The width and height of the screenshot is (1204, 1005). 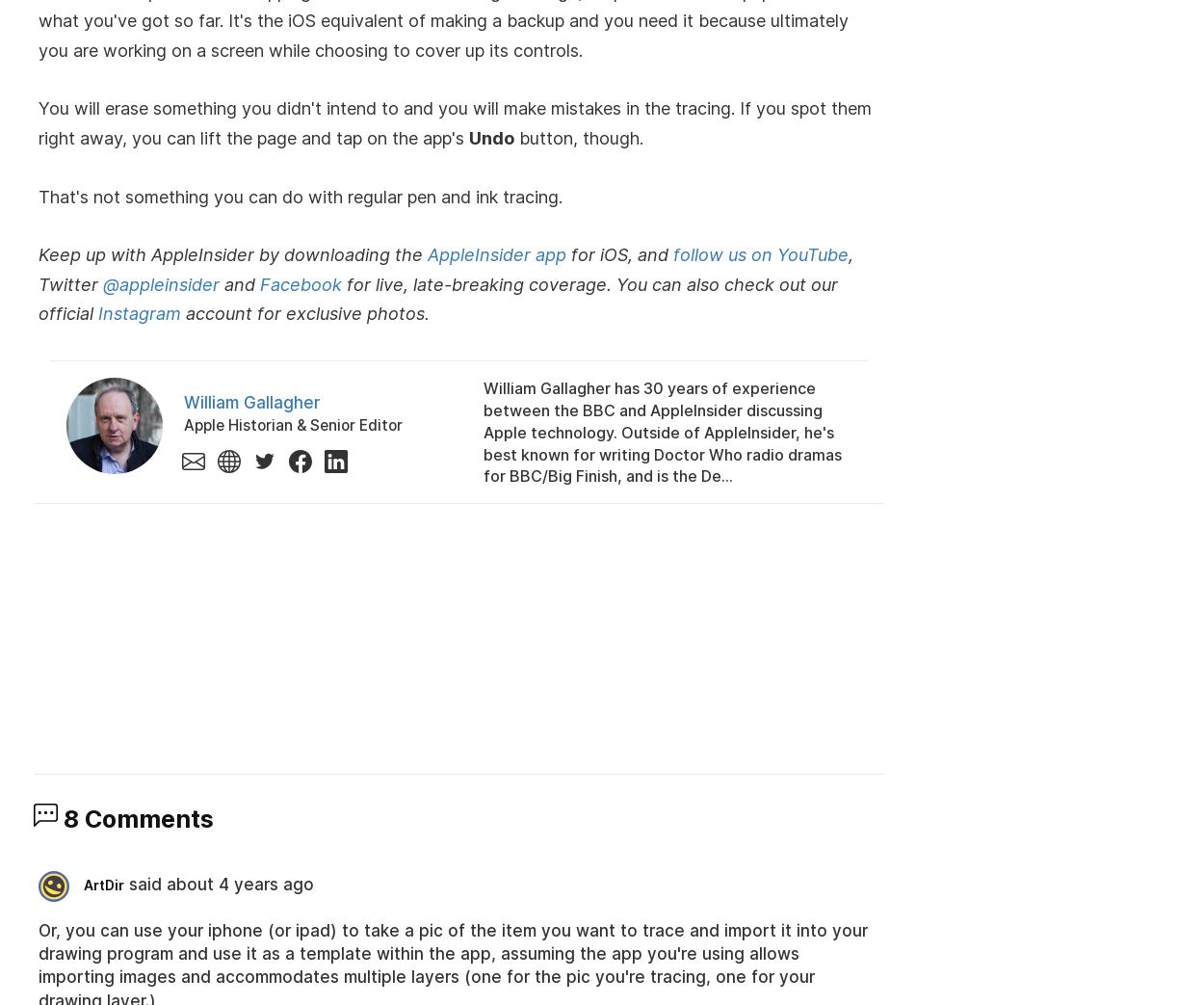 I want to click on 'You will erase something you didn't intend to and you will make mistakes in the tracing. If you spot them right away, you can lift the page and tap on the app's', so click(x=39, y=122).